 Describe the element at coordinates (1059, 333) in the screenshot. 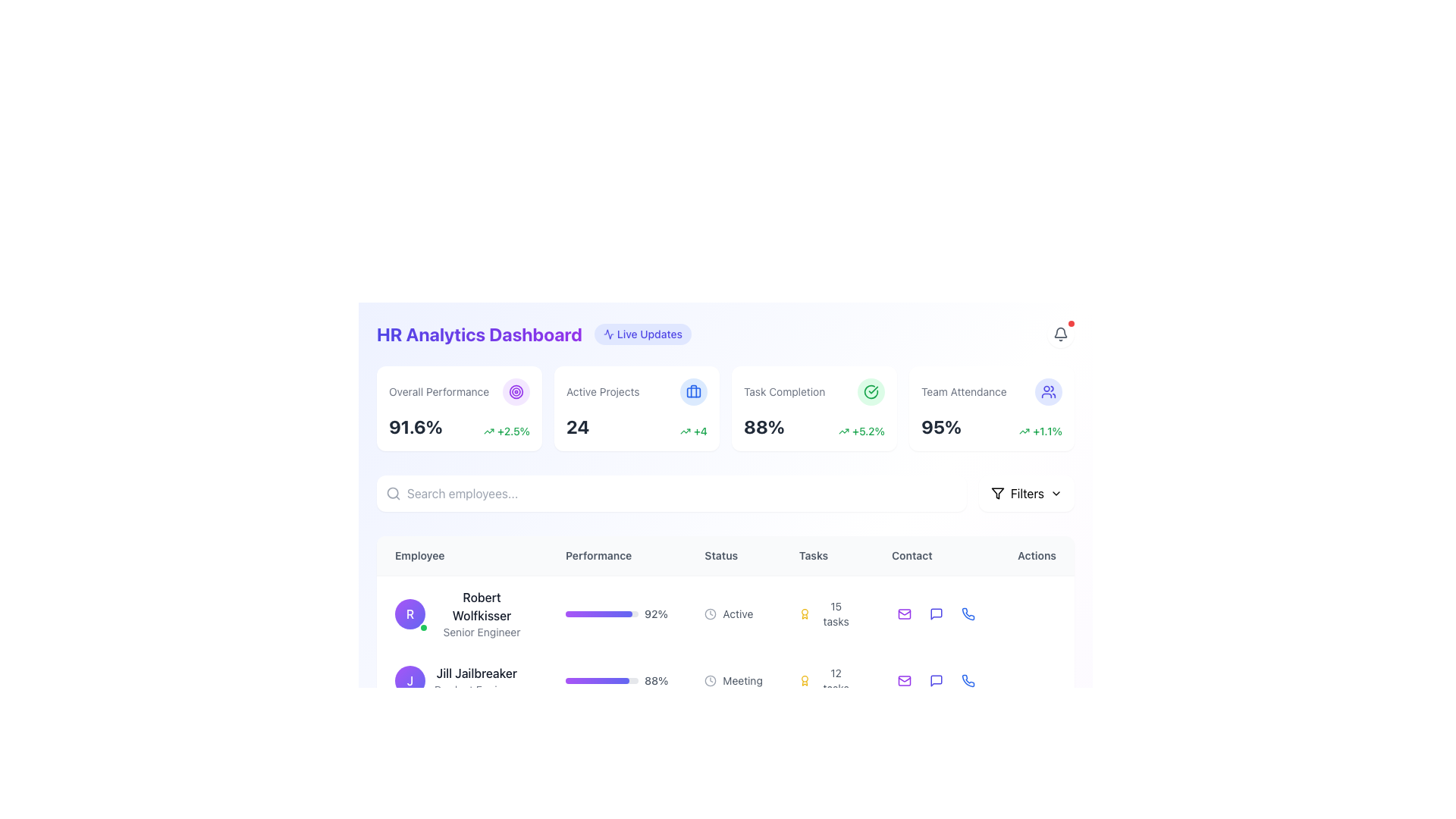

I see `the bell-shaped icon with a notification badge located in the top-right corner of the interface for accessibility actions` at that location.